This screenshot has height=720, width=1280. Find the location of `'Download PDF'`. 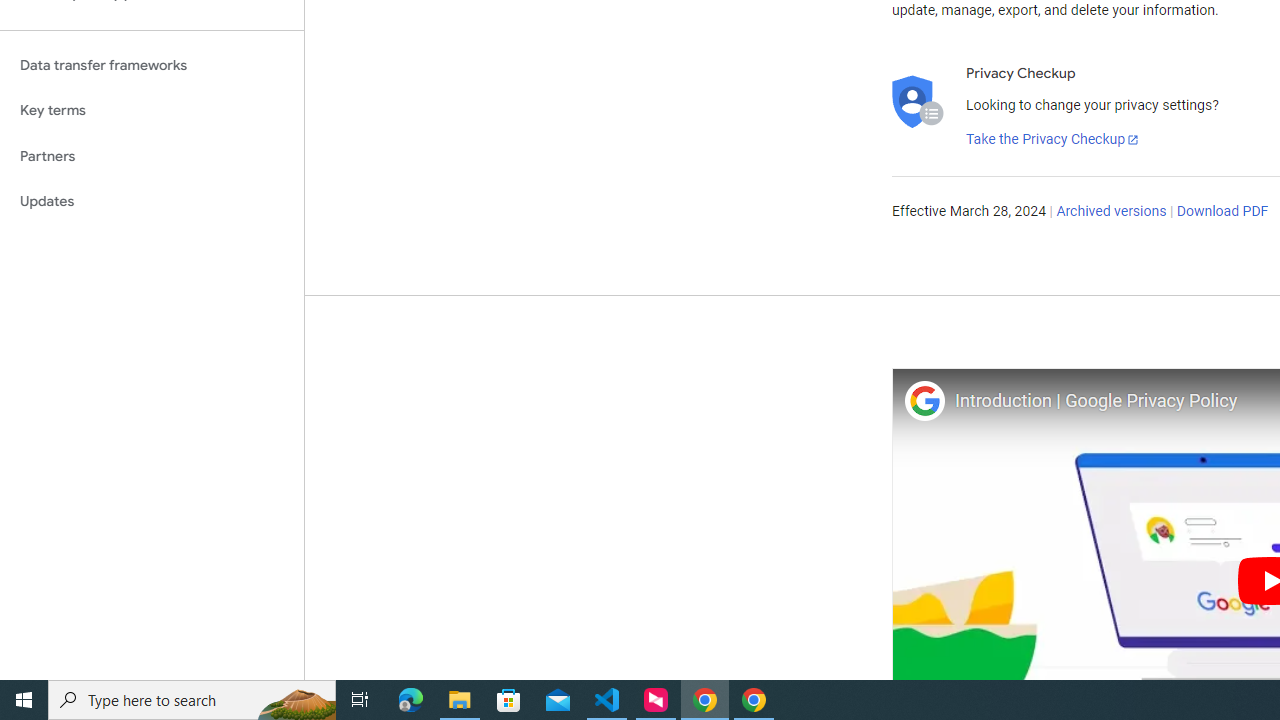

'Download PDF' is located at coordinates (1221, 212).